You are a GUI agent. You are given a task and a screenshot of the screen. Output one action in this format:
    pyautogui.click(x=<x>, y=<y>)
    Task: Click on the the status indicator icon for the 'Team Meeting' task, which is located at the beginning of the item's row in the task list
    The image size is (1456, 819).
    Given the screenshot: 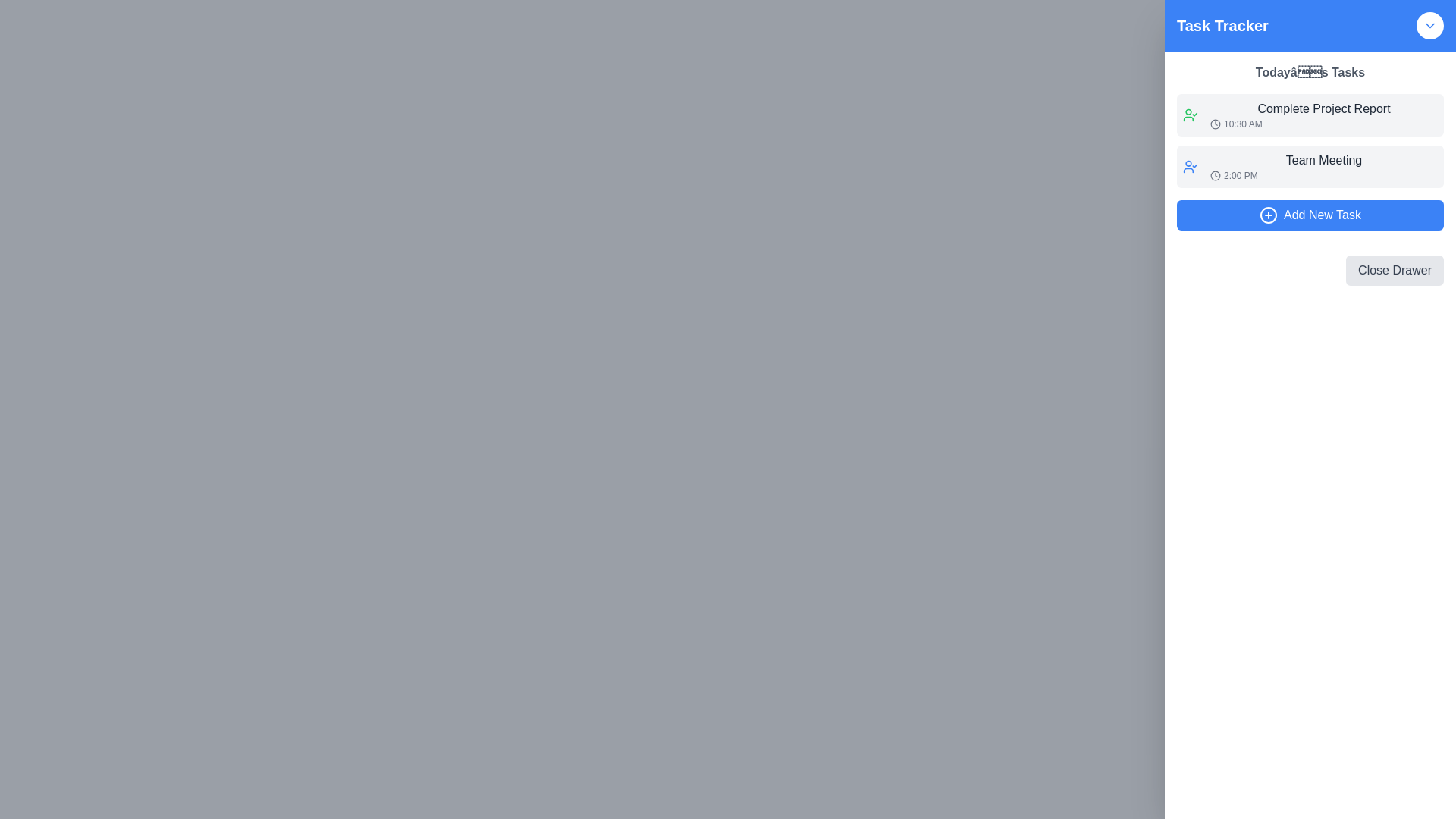 What is the action you would take?
    pyautogui.click(x=1189, y=166)
    